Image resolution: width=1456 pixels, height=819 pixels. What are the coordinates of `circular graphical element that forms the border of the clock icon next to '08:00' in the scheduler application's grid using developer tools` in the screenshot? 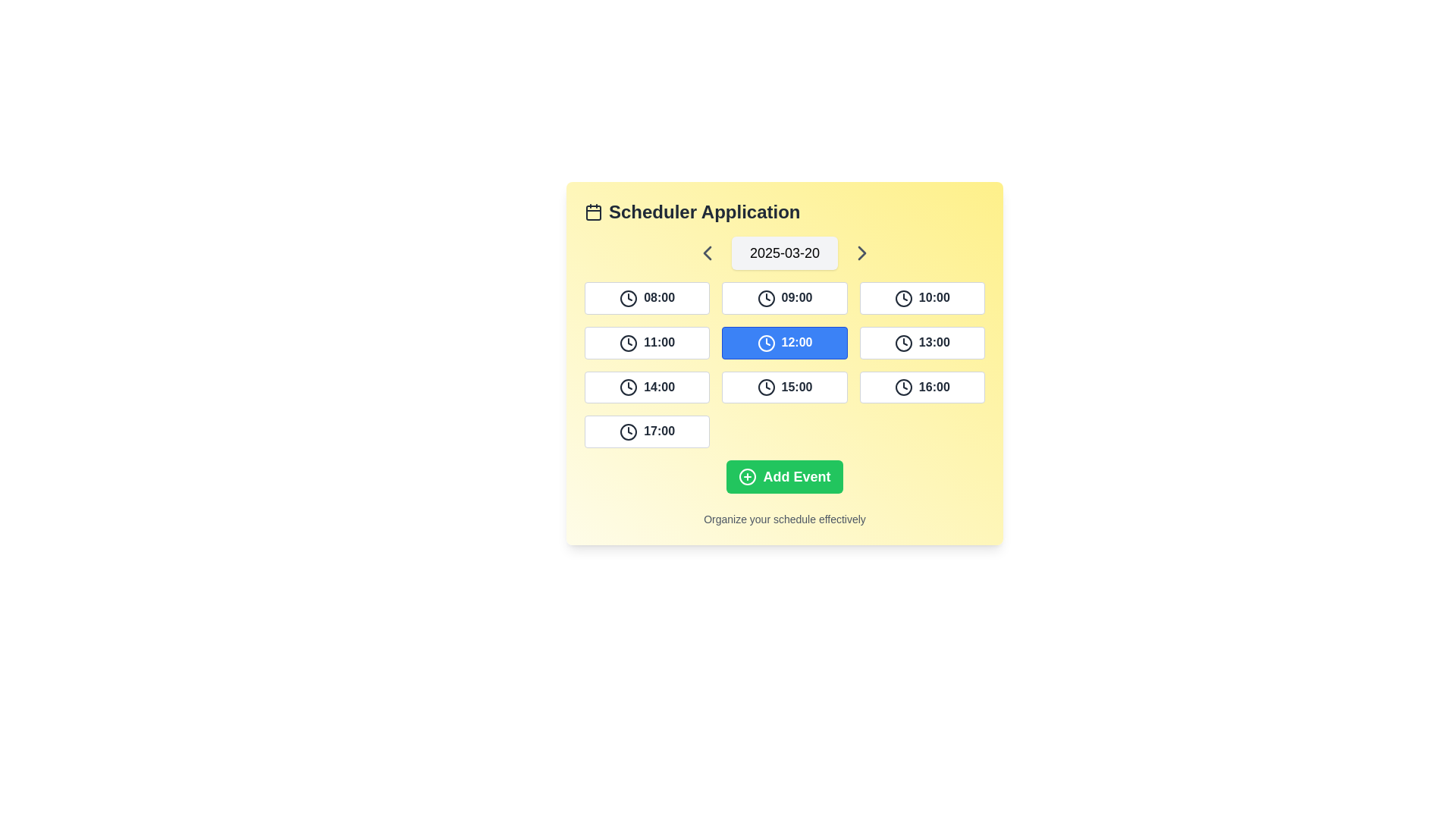 It's located at (629, 298).